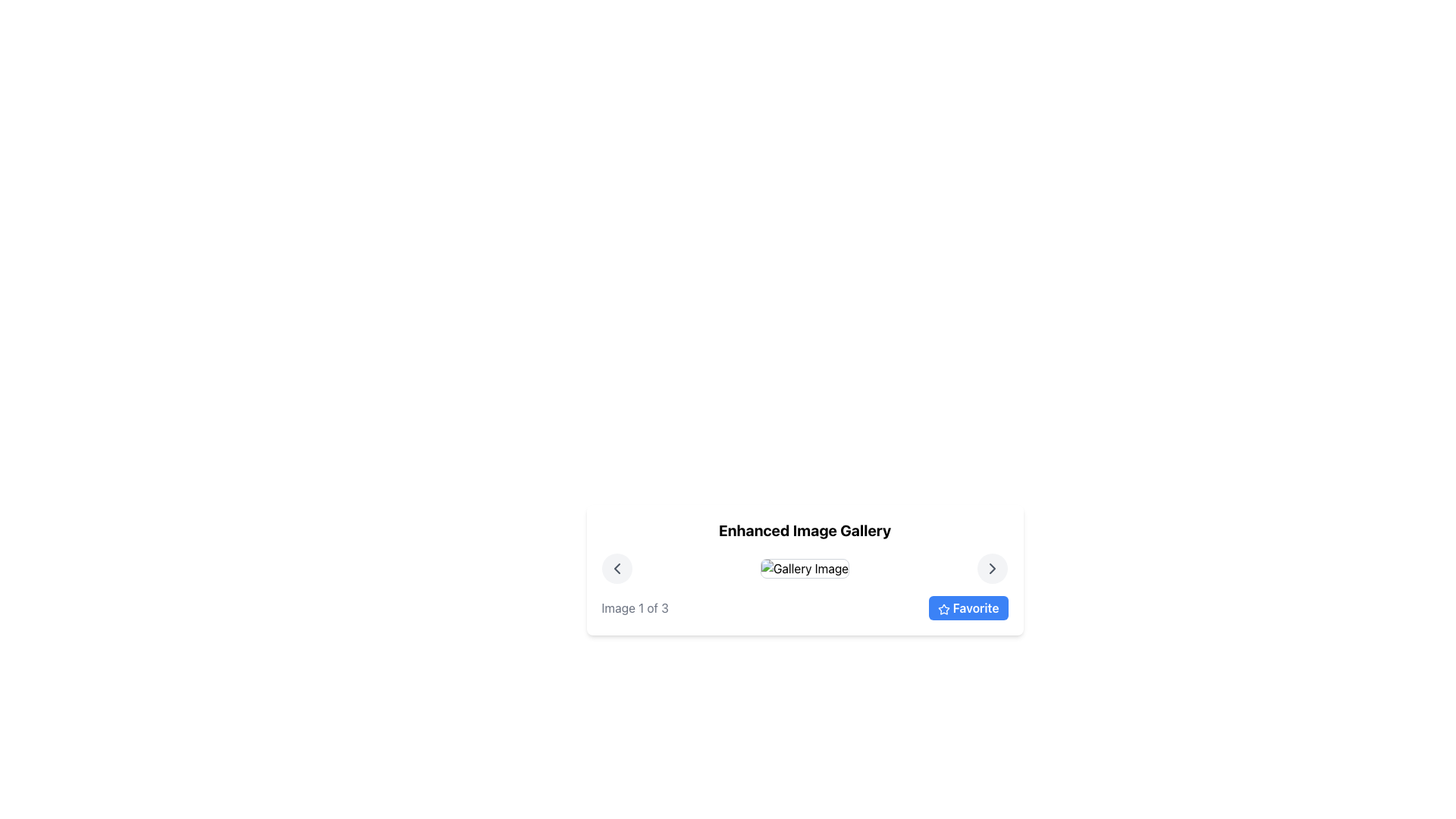 Image resolution: width=1456 pixels, height=819 pixels. I want to click on the rightmost button in the gallery navigation, so click(993, 568).